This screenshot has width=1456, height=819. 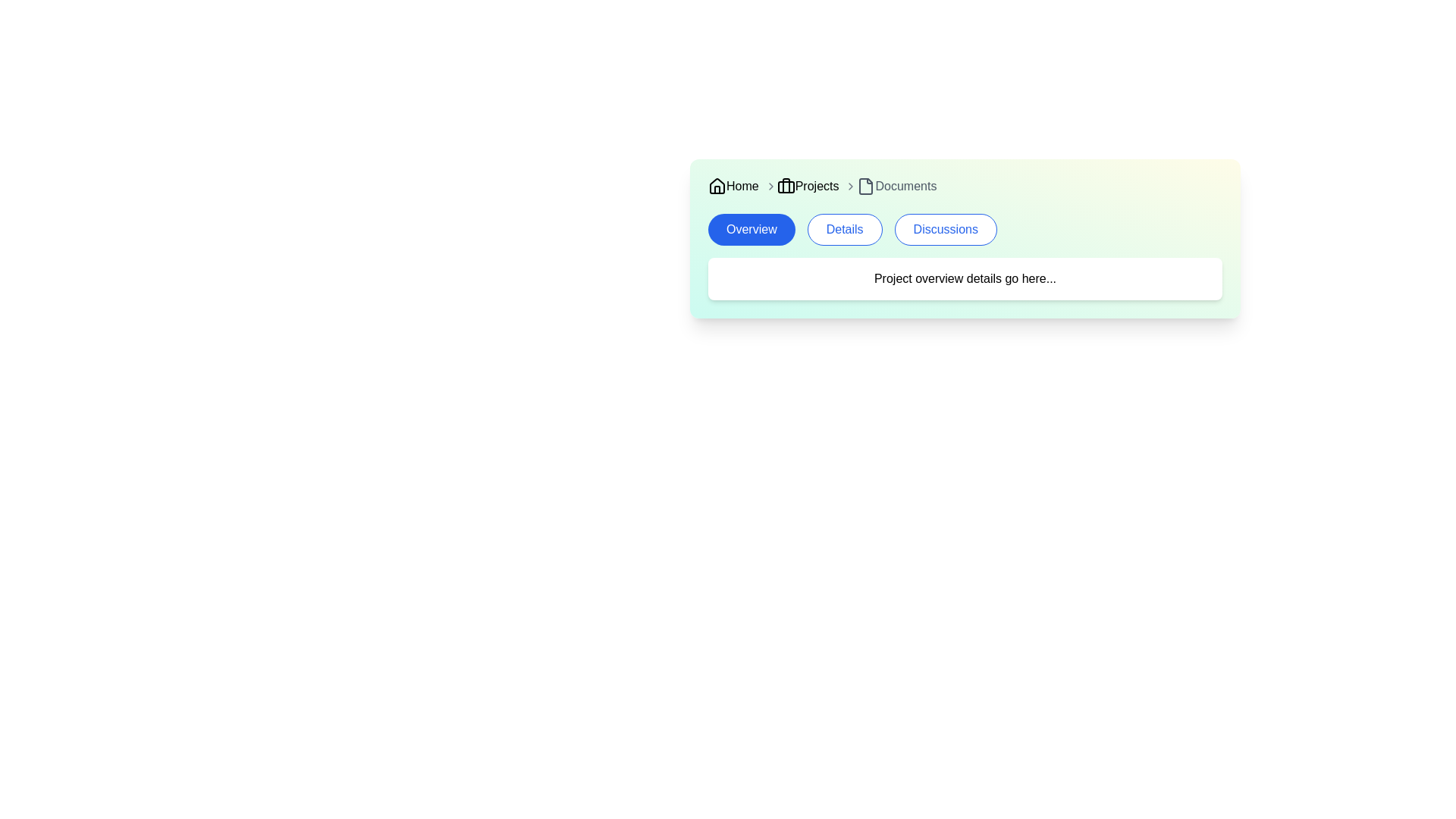 I want to click on the 'Details' button, which is a rounded rectangular button with a white background and blue border, located between the 'Overview' and 'Discussions' buttons in the navigation bar, so click(x=844, y=230).